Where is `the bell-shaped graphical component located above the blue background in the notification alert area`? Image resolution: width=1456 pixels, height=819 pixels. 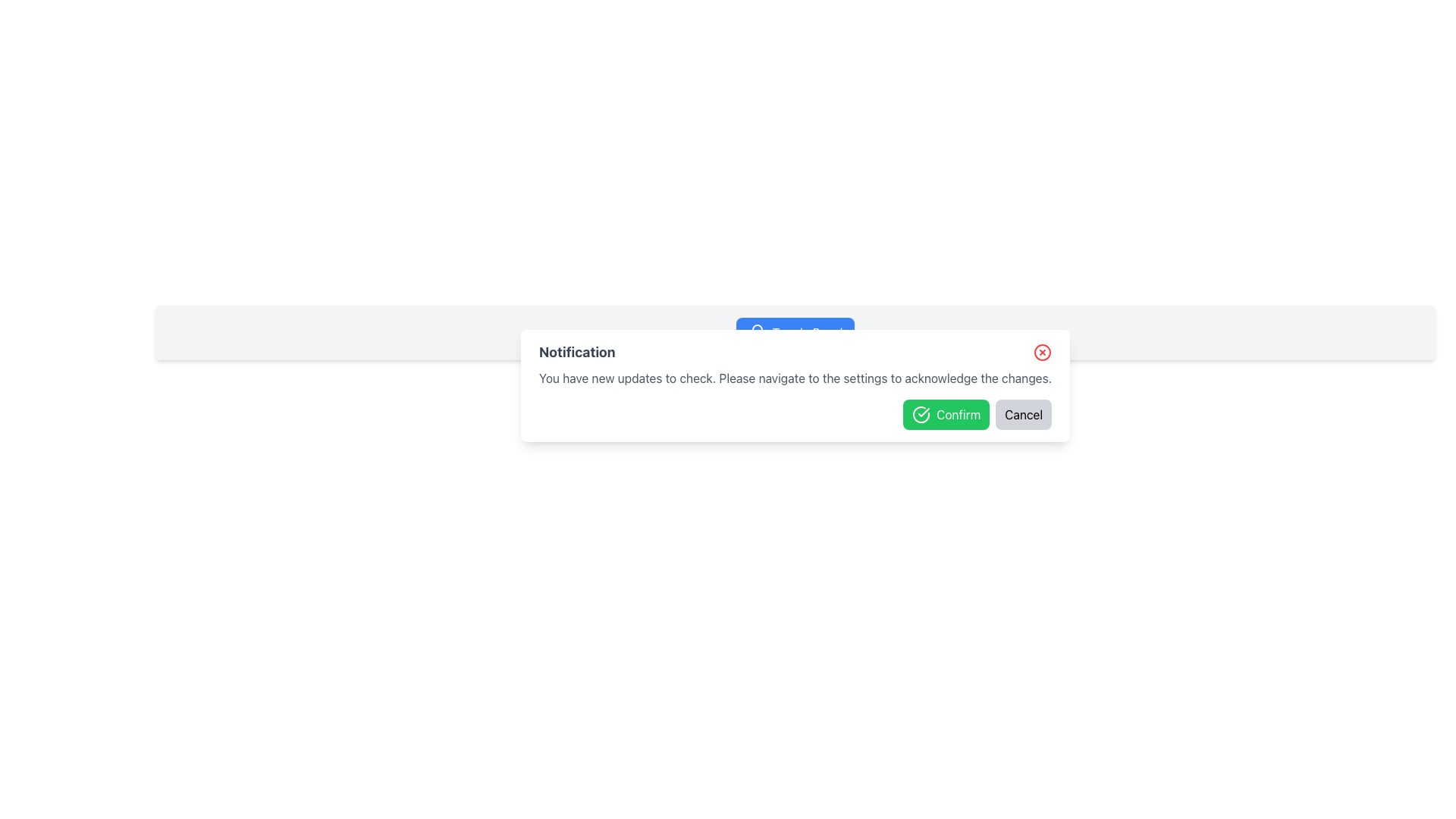 the bell-shaped graphical component located above the blue background in the notification alert area is located at coordinates (757, 330).